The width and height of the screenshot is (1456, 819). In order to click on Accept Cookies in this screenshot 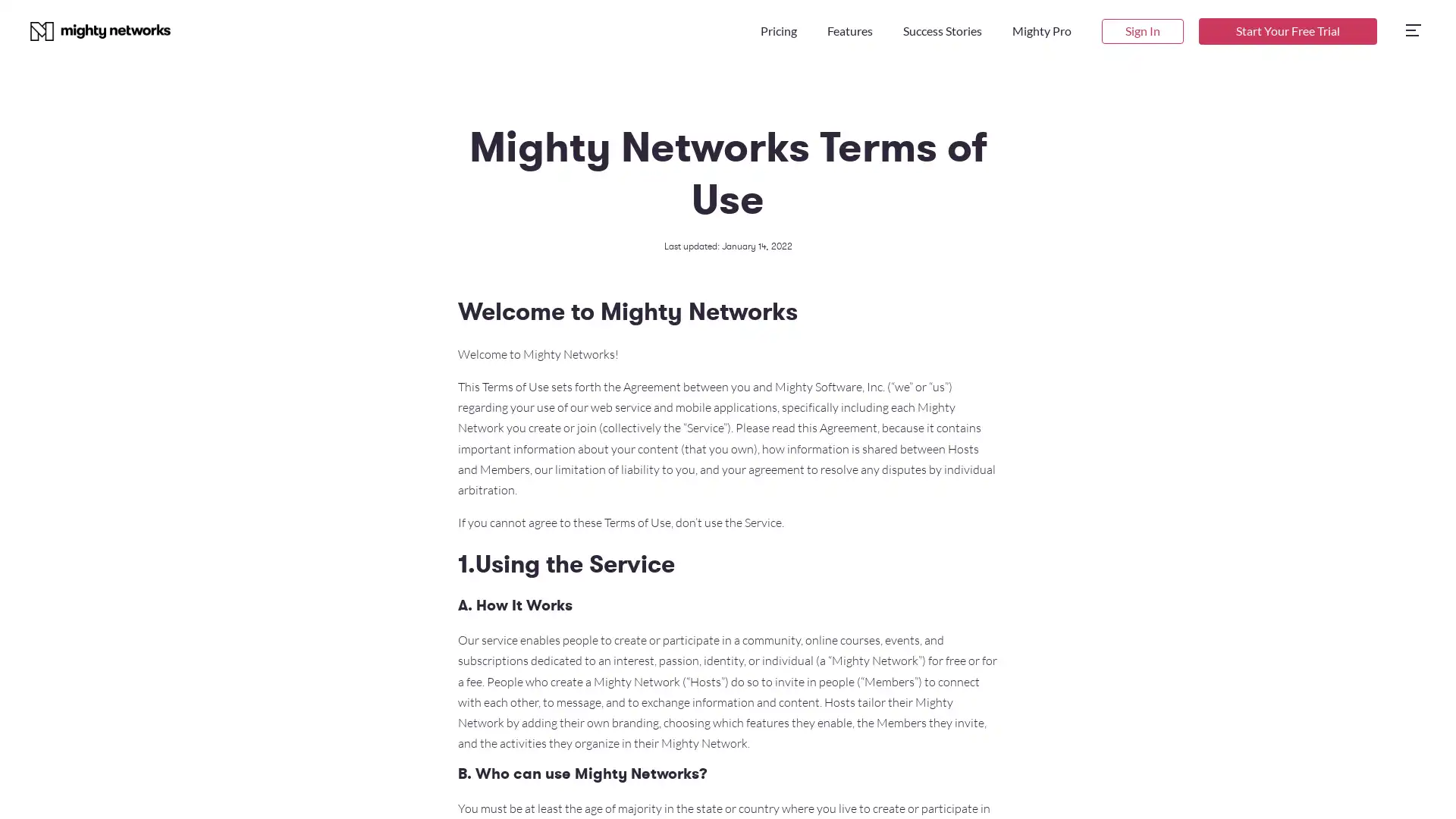, I will do `click(1204, 786)`.